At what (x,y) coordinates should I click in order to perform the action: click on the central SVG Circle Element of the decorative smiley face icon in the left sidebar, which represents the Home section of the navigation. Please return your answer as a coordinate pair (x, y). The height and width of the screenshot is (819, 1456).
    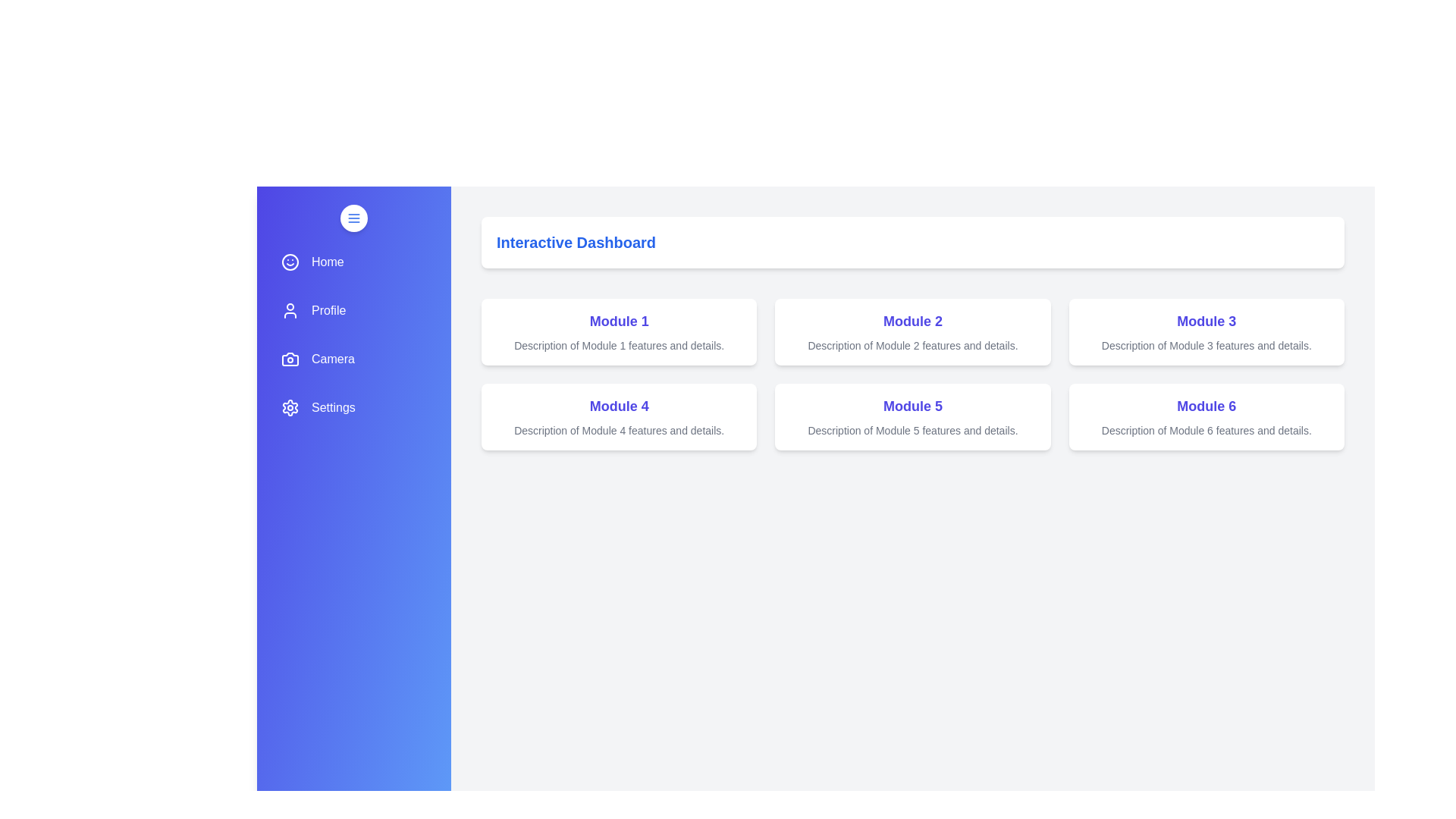
    Looking at the image, I should click on (290, 262).